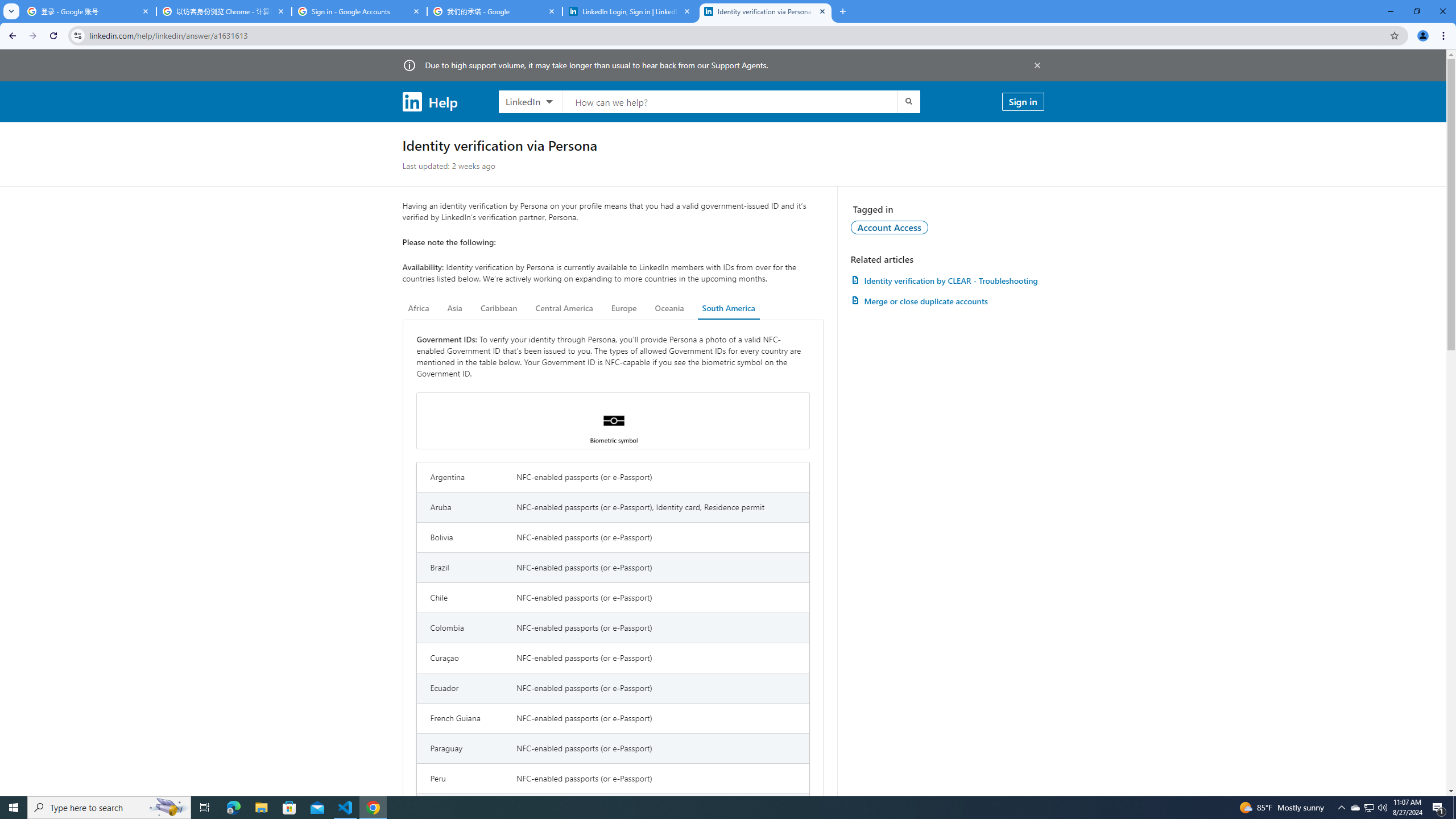 The height and width of the screenshot is (819, 1456). What do you see at coordinates (908, 101) in the screenshot?
I see `'Submit search'` at bounding box center [908, 101].